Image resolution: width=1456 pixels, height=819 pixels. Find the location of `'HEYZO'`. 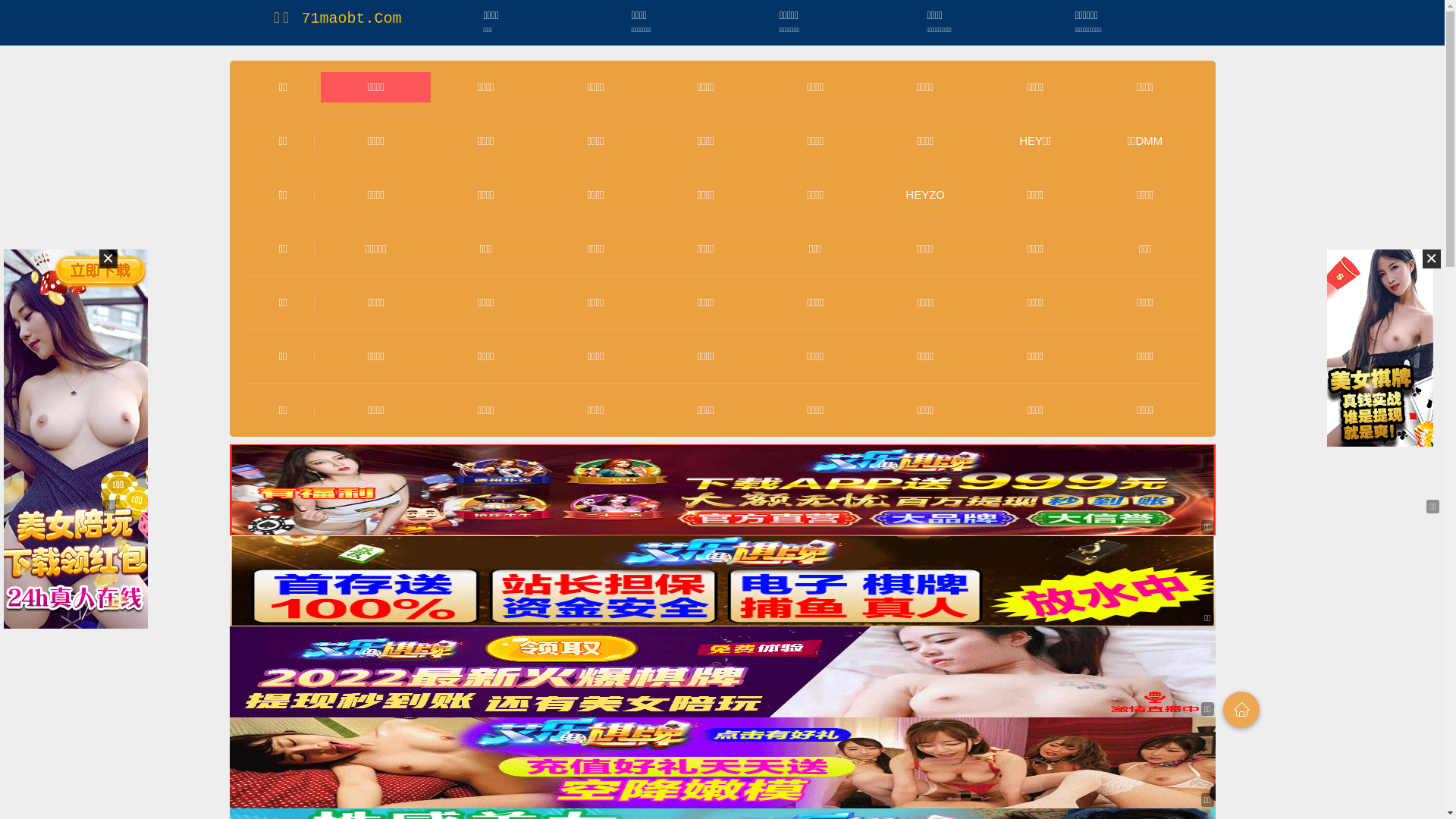

'HEYZO' is located at coordinates (905, 193).